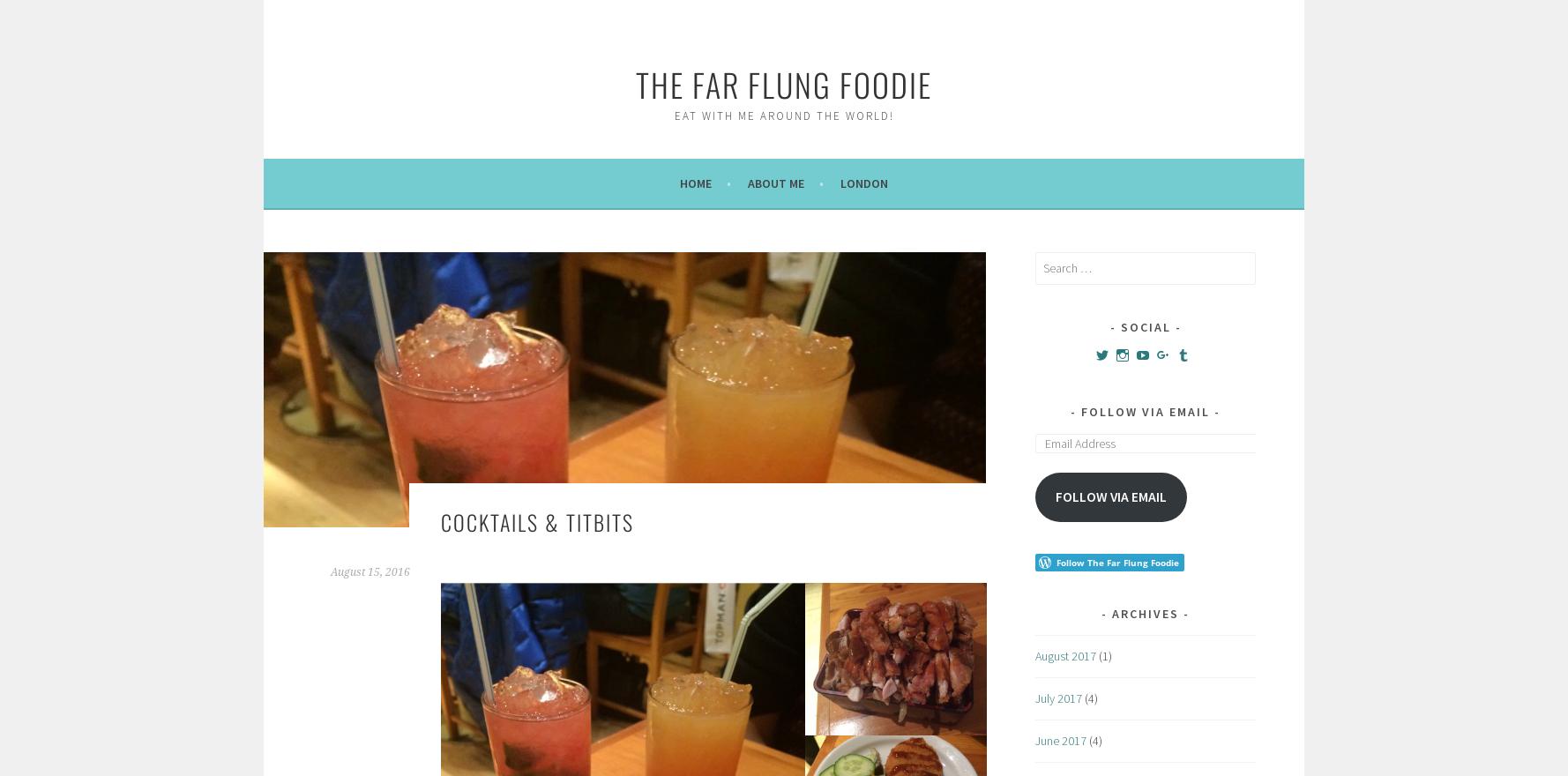 This screenshot has height=776, width=1568. What do you see at coordinates (1103, 655) in the screenshot?
I see `'(1)'` at bounding box center [1103, 655].